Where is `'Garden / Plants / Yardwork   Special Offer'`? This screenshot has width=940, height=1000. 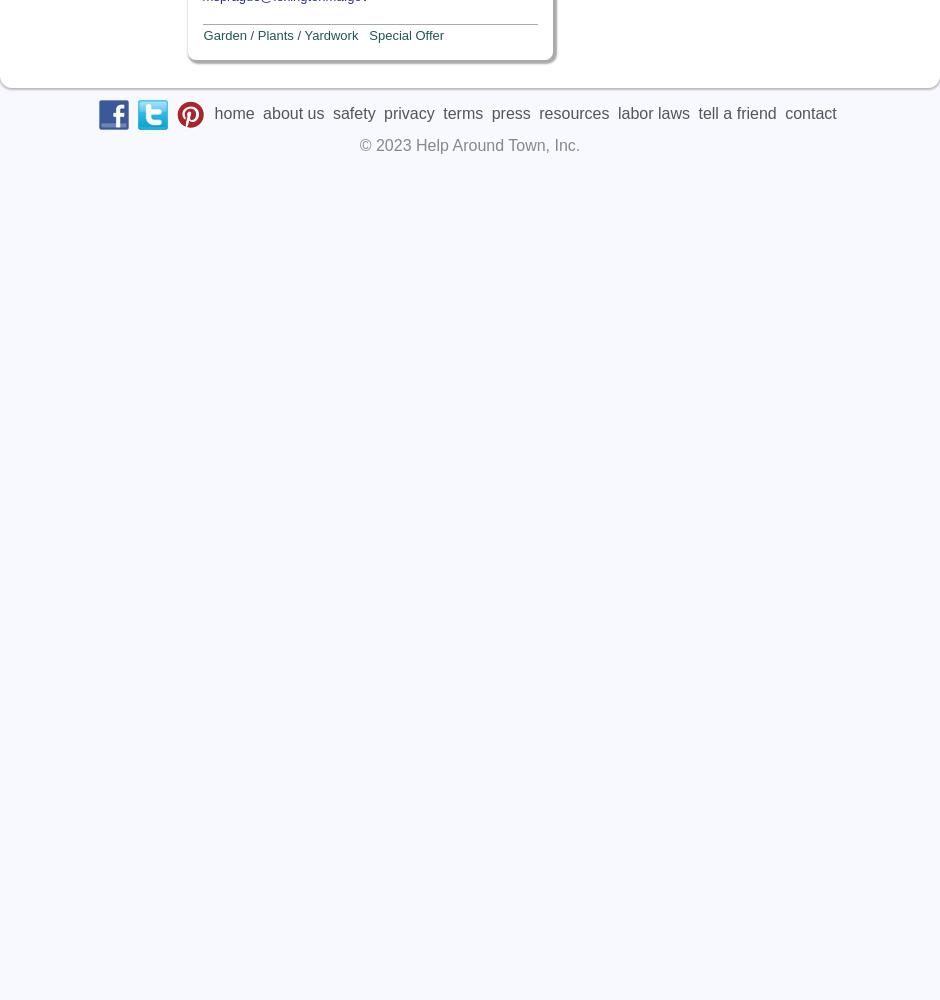 'Garden / Plants / Yardwork   Special Offer' is located at coordinates (323, 34).